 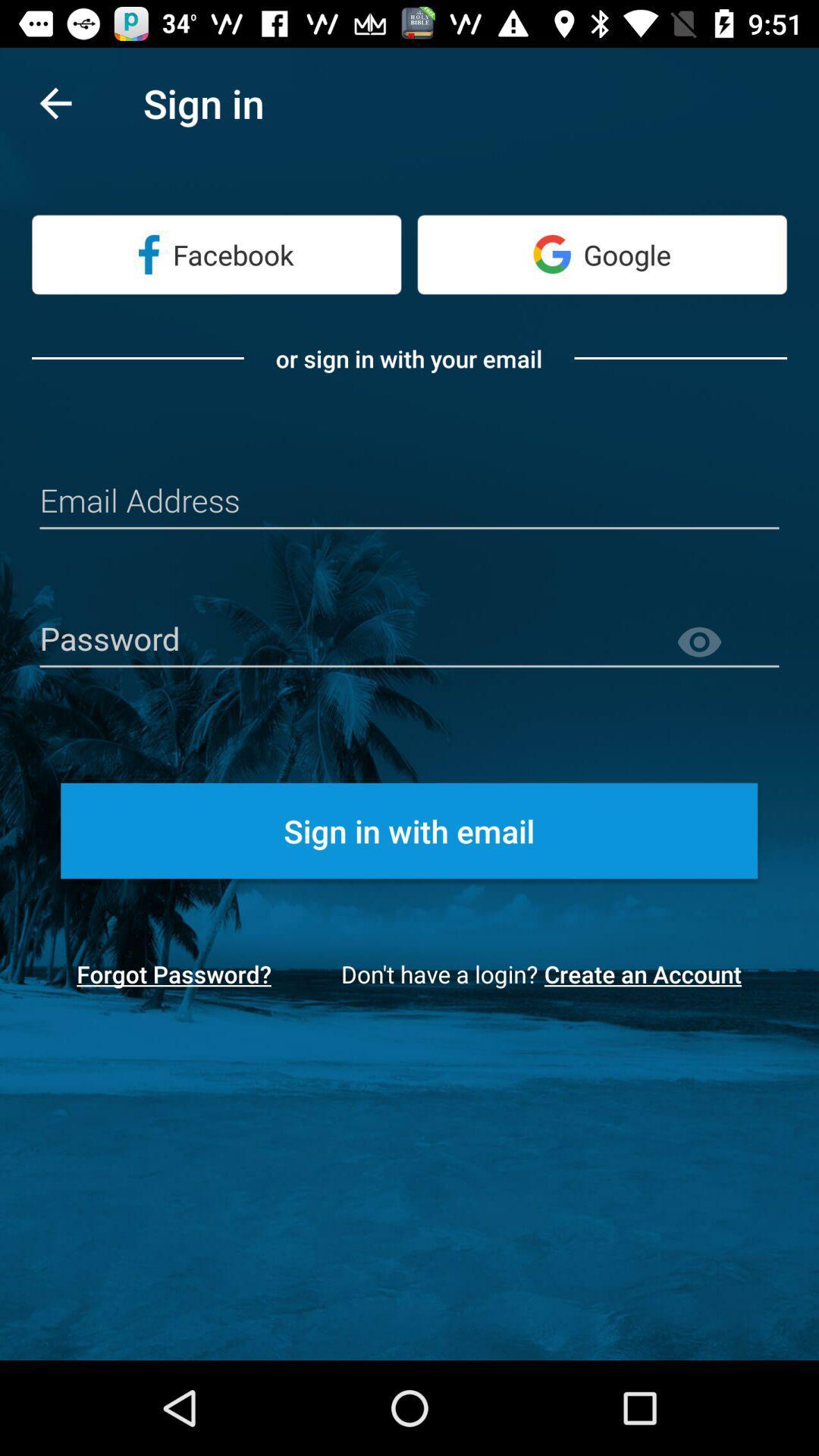 I want to click on the forgot password? item, so click(x=173, y=974).